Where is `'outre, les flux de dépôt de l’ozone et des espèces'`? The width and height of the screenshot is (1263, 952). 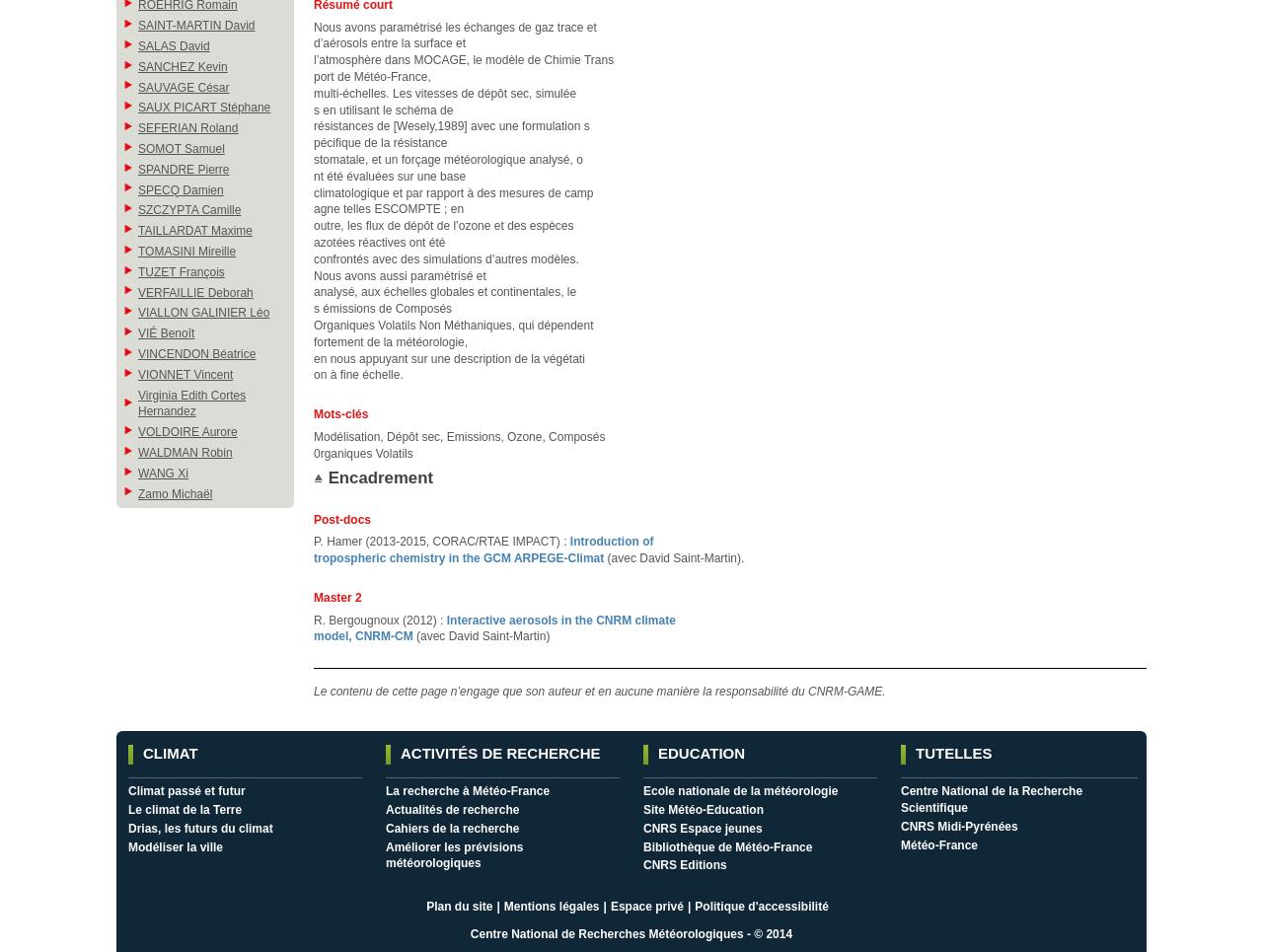
'outre, les flux de dépôt de l’ozone et des espèces' is located at coordinates (442, 224).